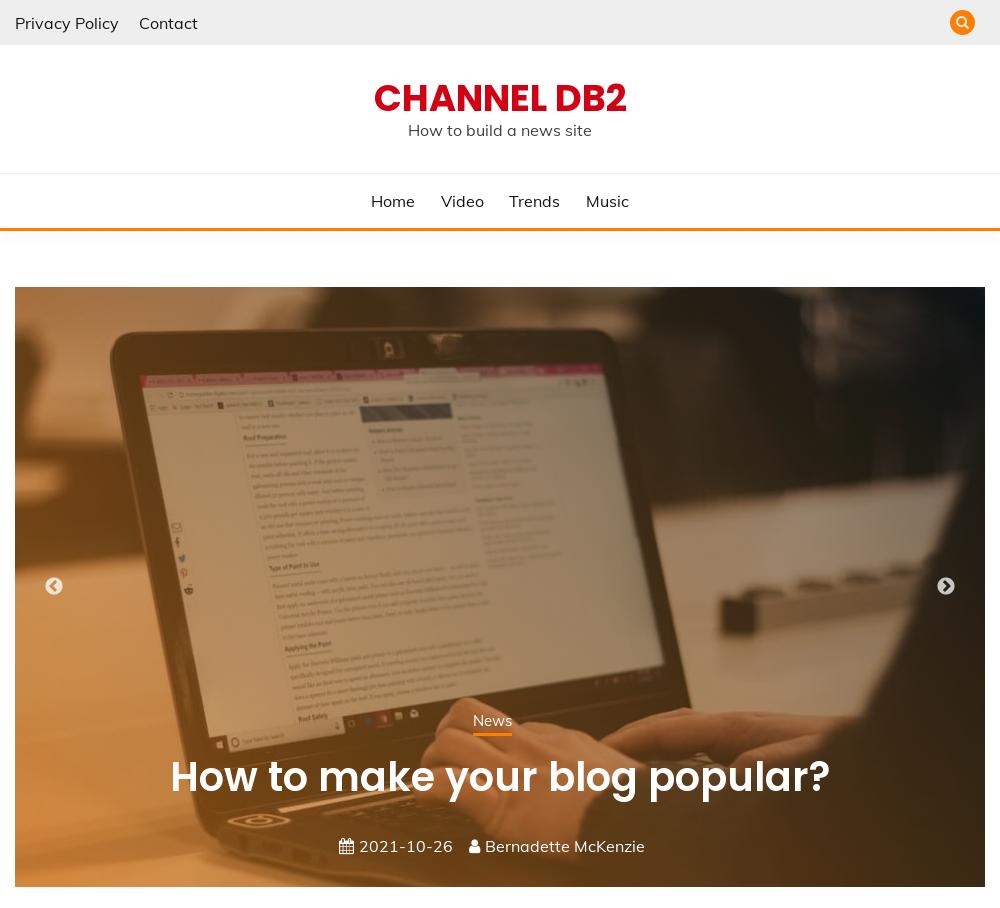 Image resolution: width=1000 pixels, height=908 pixels. What do you see at coordinates (605, 200) in the screenshot?
I see `'Music'` at bounding box center [605, 200].